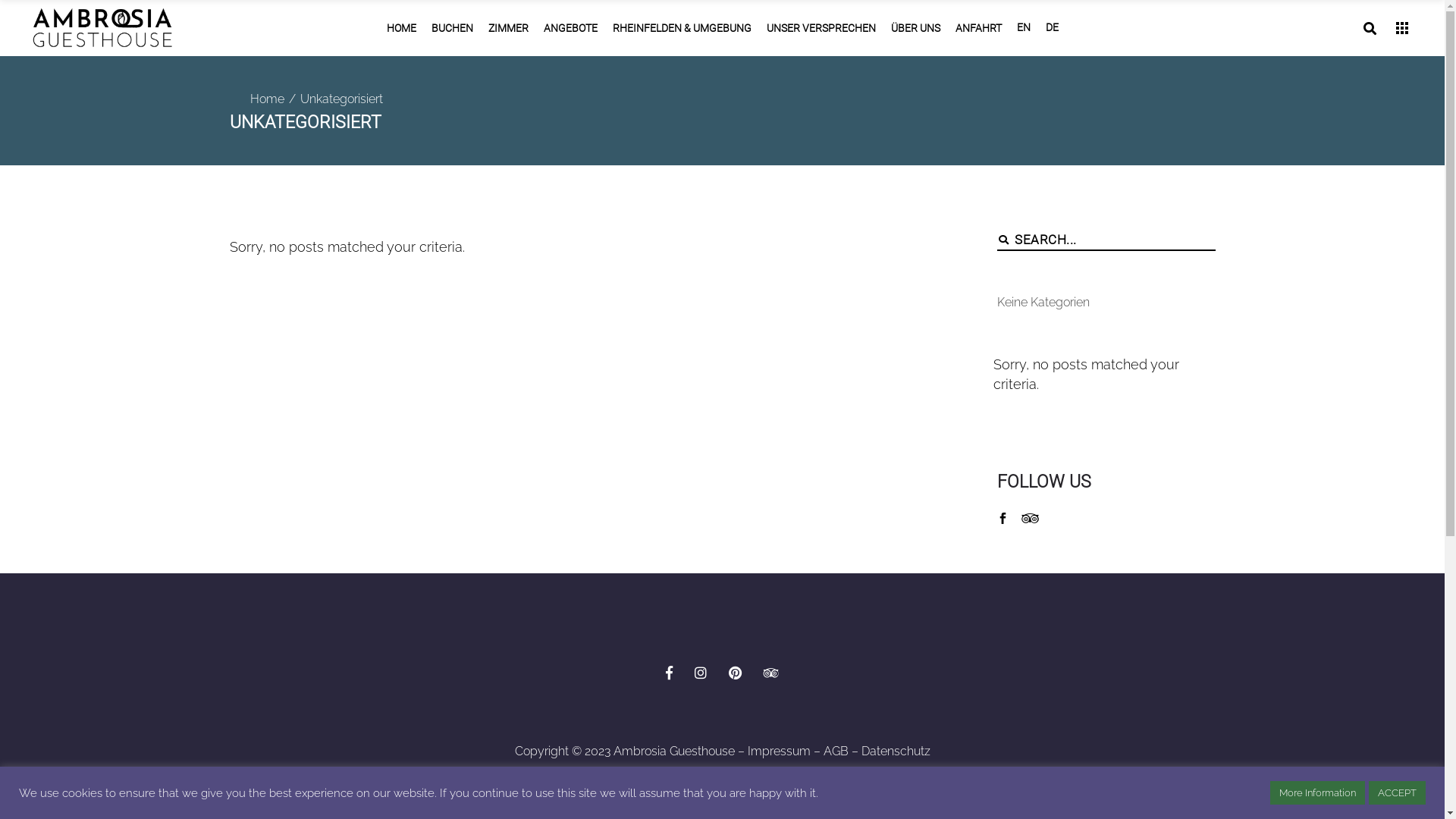 The image size is (1456, 819). Describe the element at coordinates (681, 28) in the screenshot. I see `'RHEINFELDEN & UMGEBUNG'` at that location.